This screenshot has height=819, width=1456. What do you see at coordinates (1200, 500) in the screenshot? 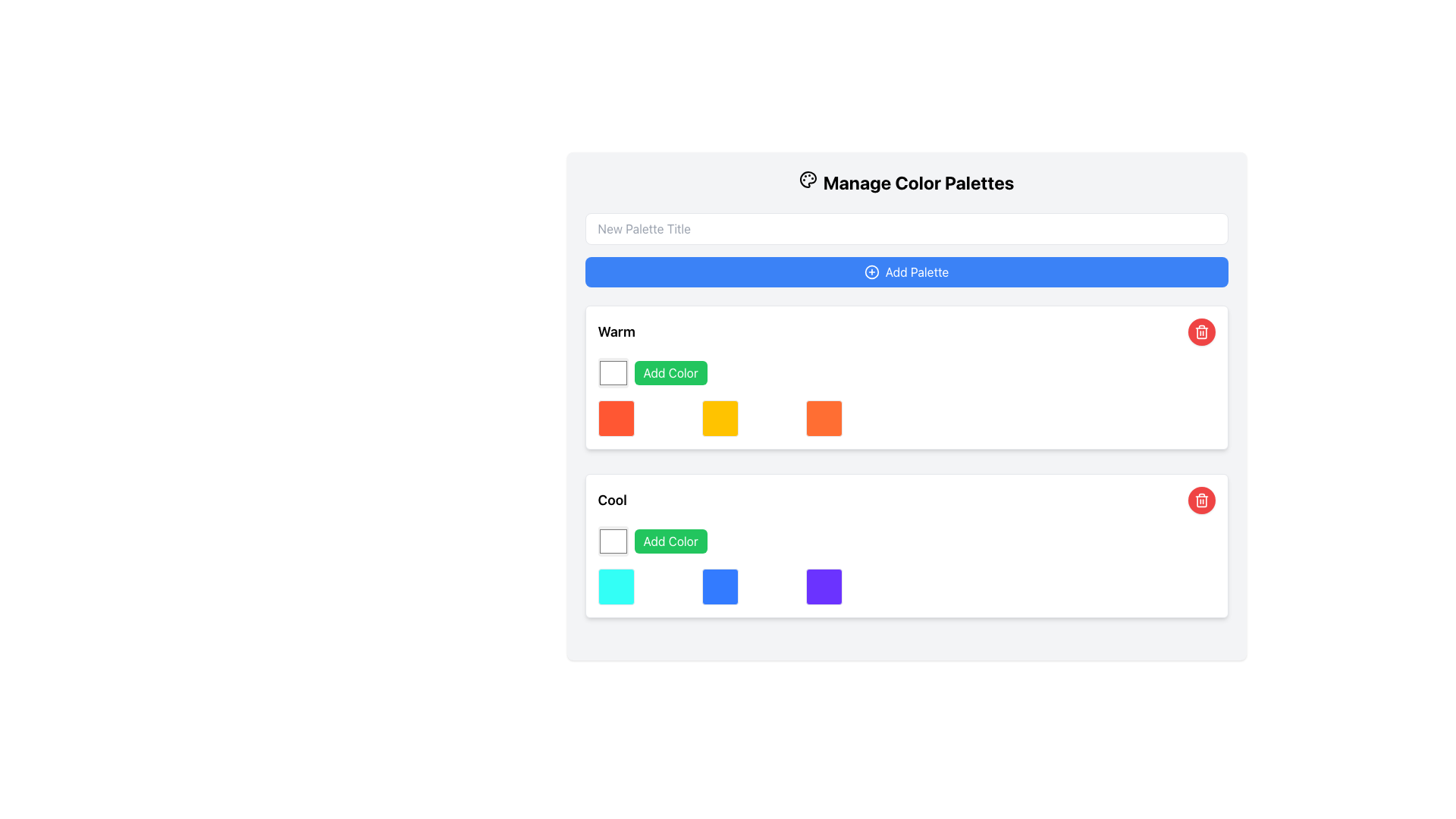
I see `the circular red button with a white trash can icon located on the right side of the 'Cool' section` at bounding box center [1200, 500].